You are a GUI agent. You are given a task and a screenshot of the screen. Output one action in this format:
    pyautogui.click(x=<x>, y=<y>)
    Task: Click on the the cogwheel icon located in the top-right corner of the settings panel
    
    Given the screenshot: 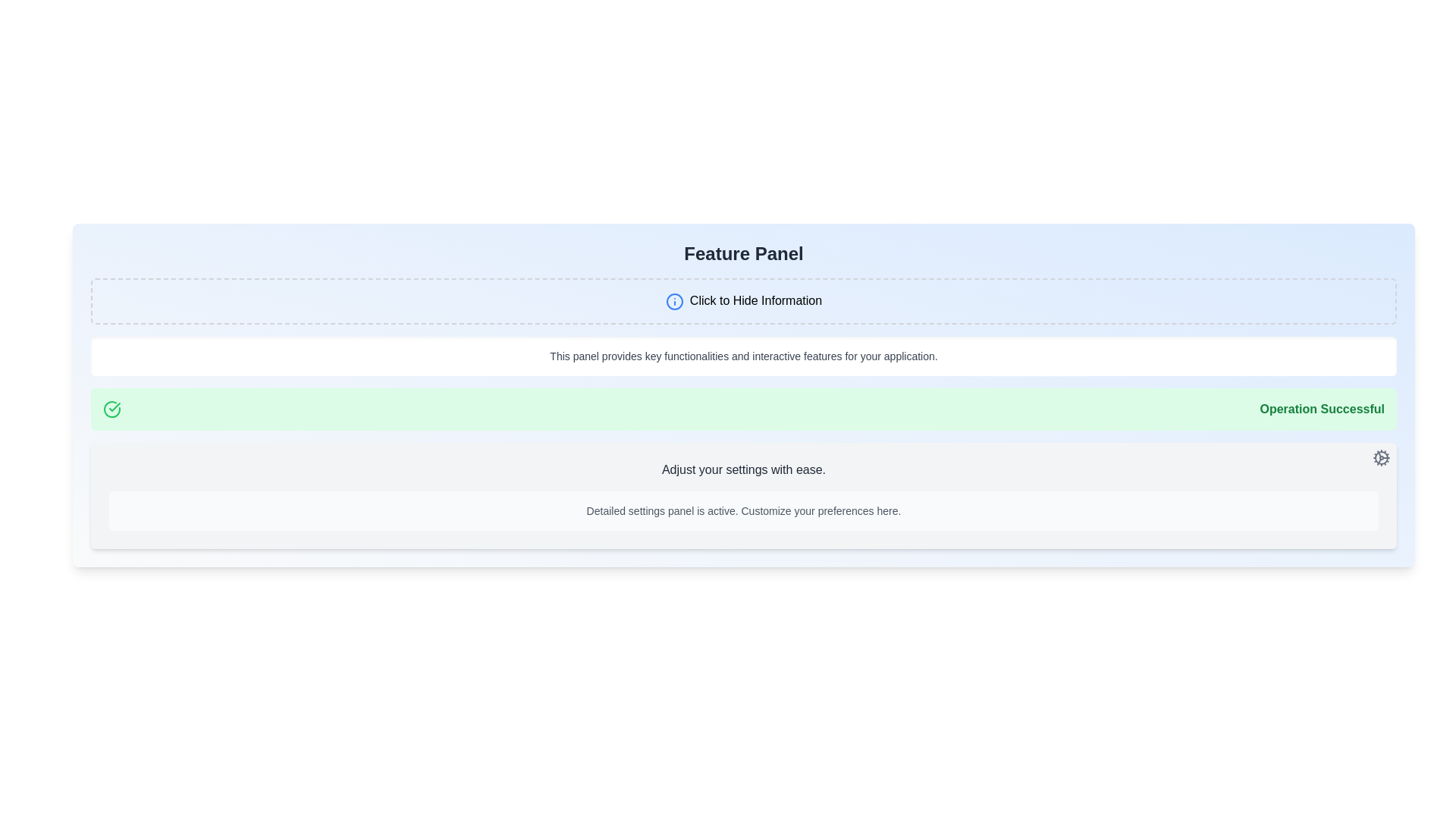 What is the action you would take?
    pyautogui.click(x=1382, y=456)
    